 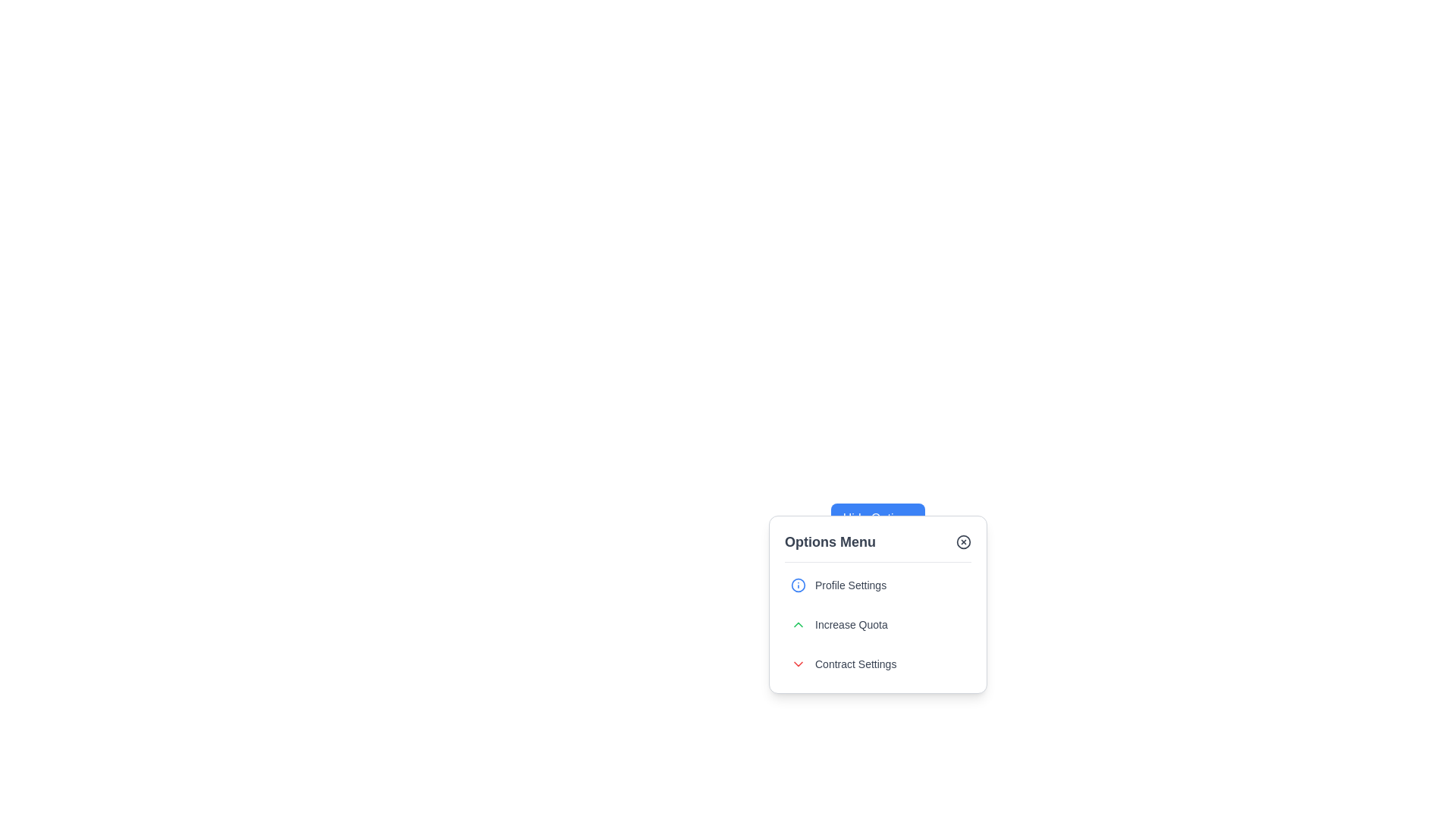 What do you see at coordinates (855, 663) in the screenshot?
I see `the 'Contract Settings' text label within the dropdown menu` at bounding box center [855, 663].